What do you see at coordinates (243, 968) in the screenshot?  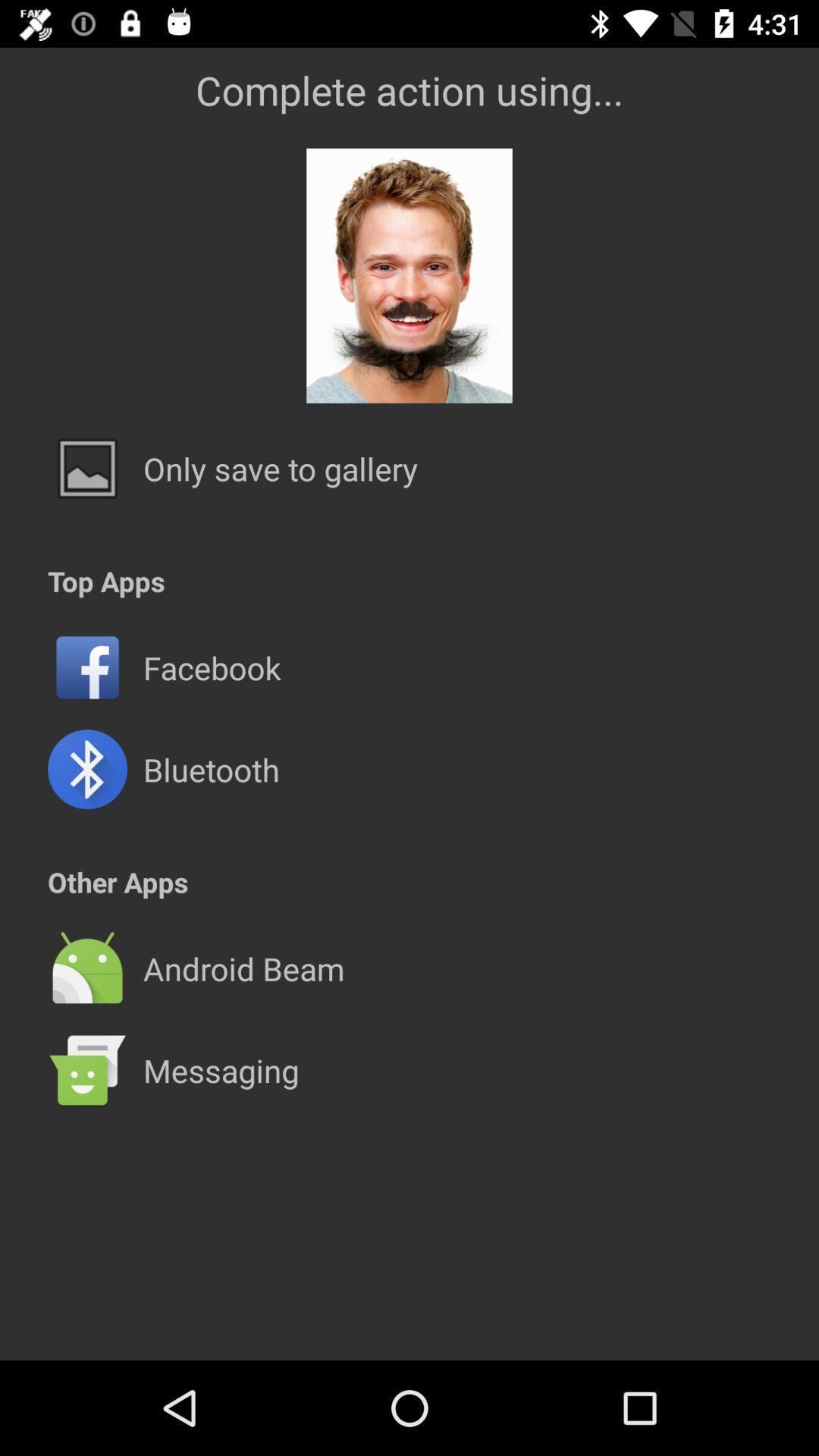 I see `the android beam app` at bounding box center [243, 968].